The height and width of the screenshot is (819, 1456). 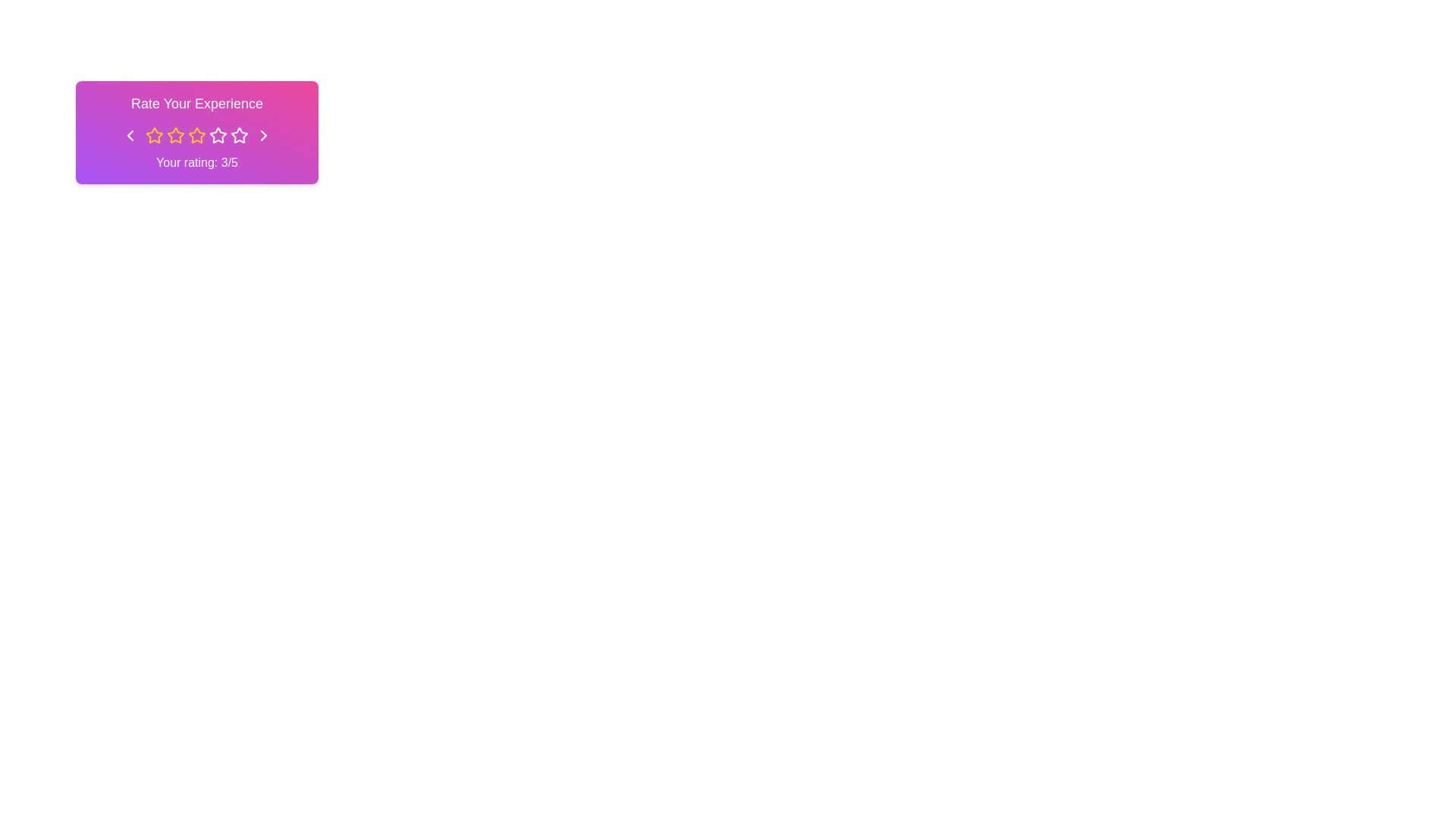 I want to click on the third star icon in the rating system, so click(x=175, y=134).